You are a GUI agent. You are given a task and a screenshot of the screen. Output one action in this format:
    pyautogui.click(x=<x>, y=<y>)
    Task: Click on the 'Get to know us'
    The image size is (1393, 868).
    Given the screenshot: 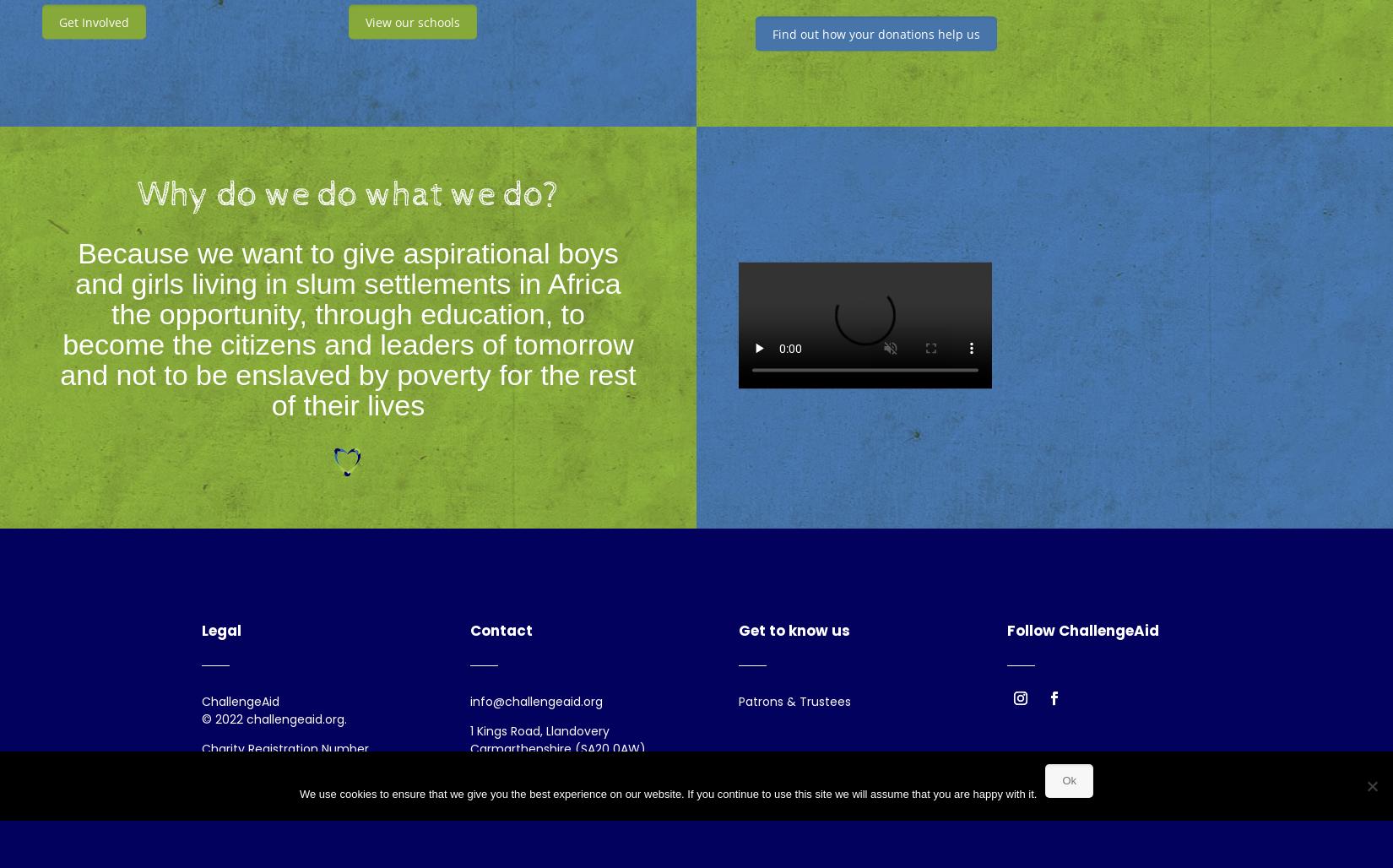 What is the action you would take?
    pyautogui.click(x=738, y=630)
    